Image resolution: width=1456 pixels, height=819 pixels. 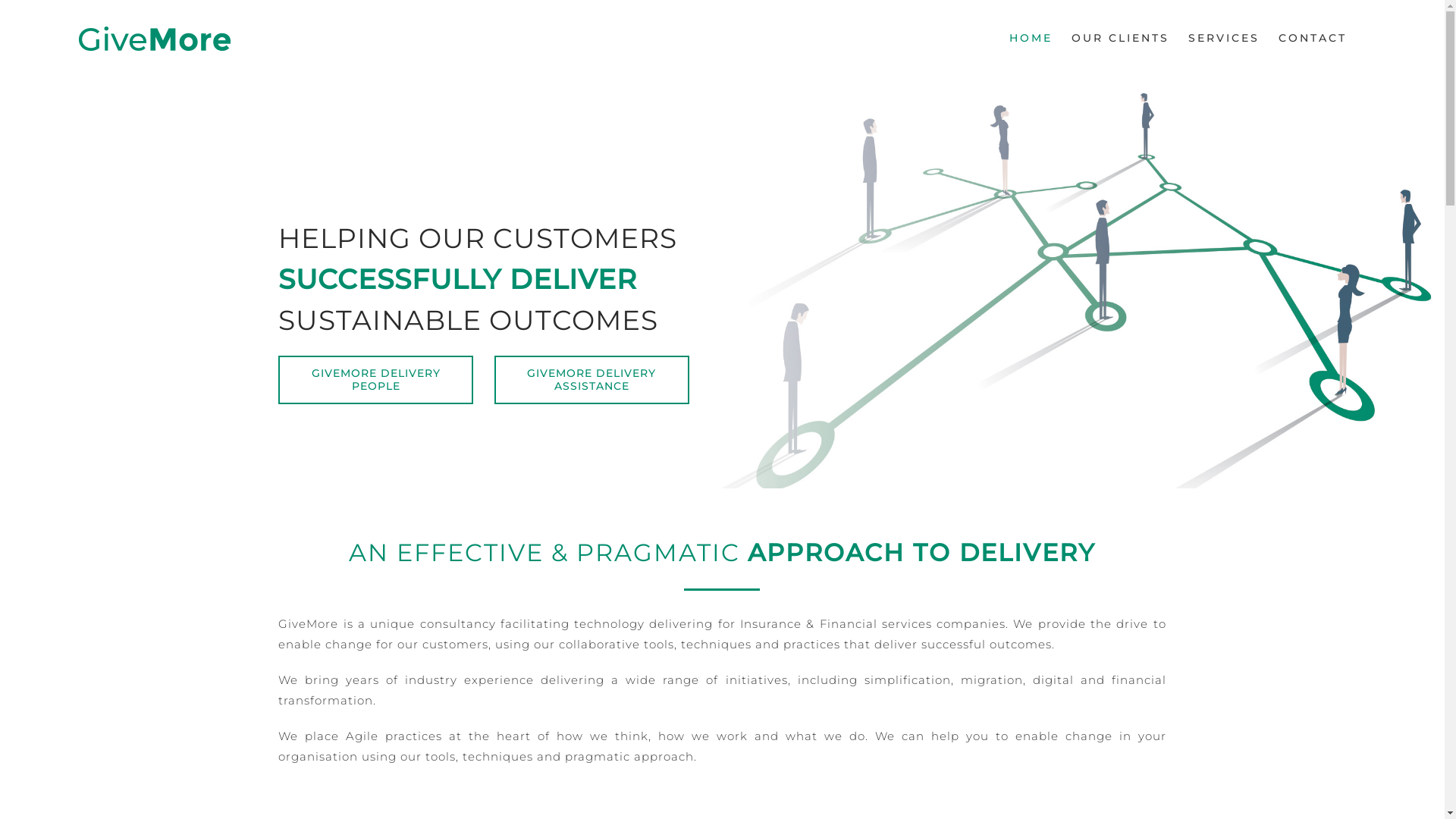 What do you see at coordinates (1223, 36) in the screenshot?
I see `'SERVICES'` at bounding box center [1223, 36].